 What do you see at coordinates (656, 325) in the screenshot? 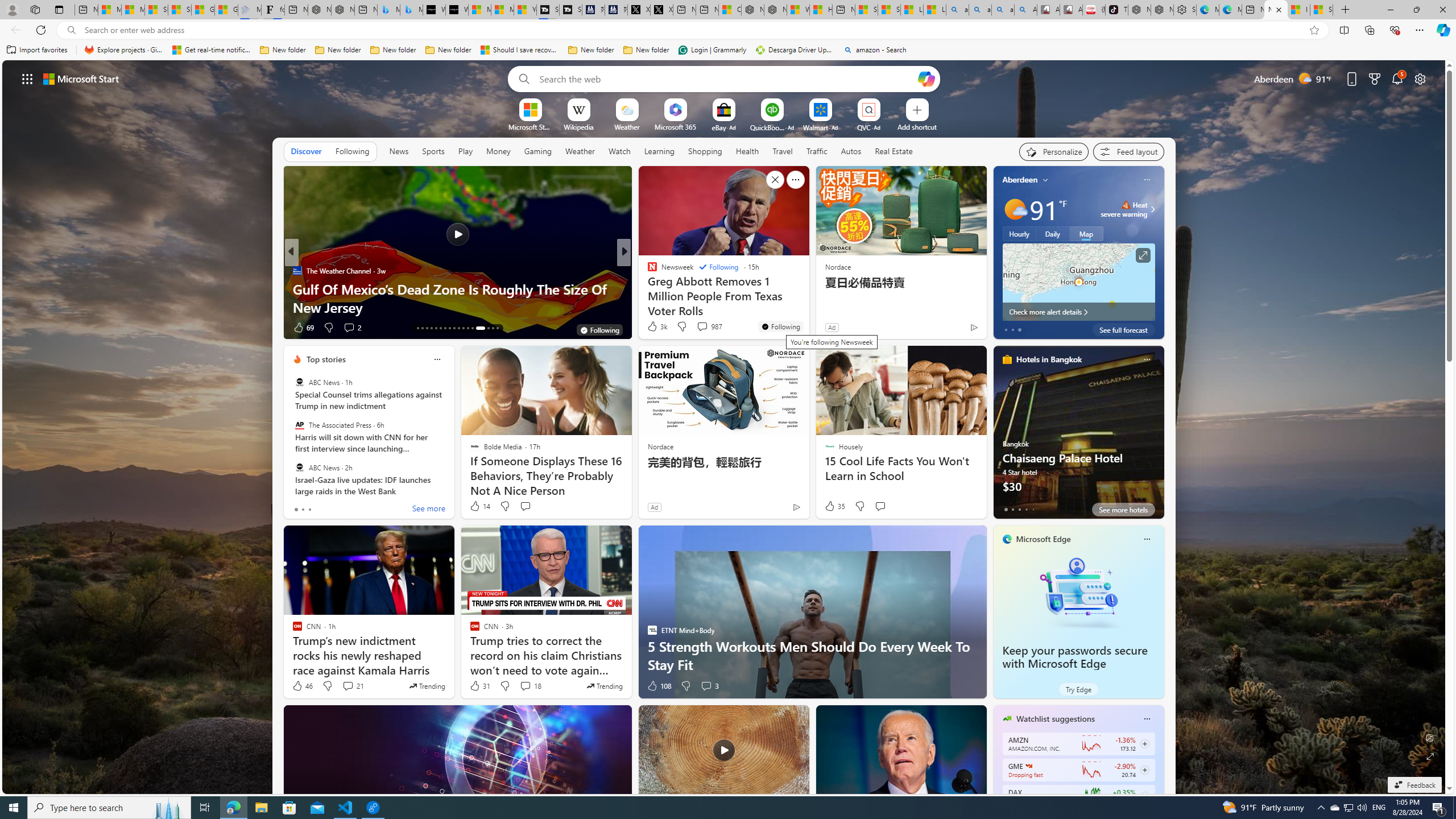
I see `'3k Like'` at bounding box center [656, 325].